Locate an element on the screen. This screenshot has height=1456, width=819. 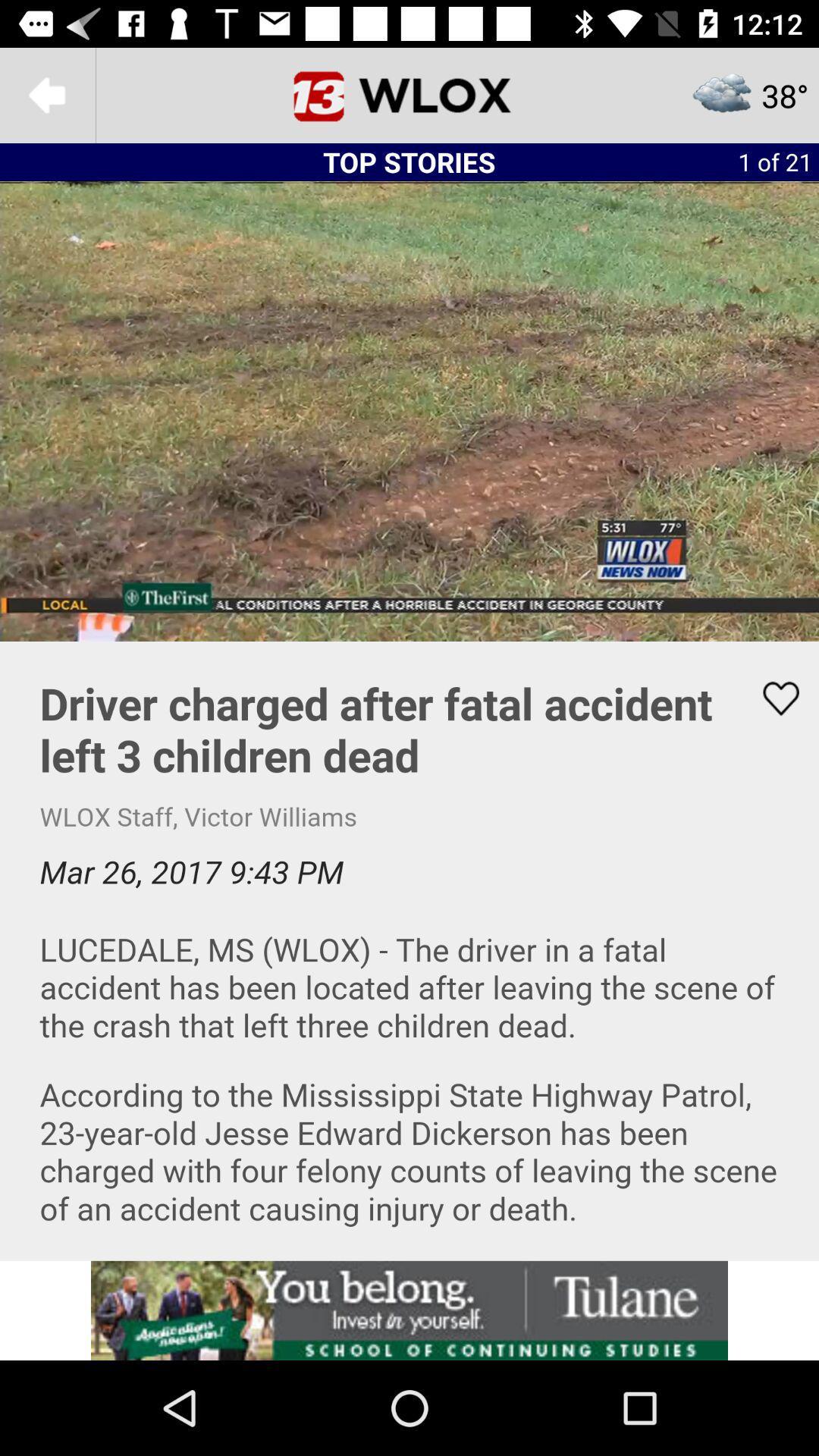
advertisement is located at coordinates (409, 1310).